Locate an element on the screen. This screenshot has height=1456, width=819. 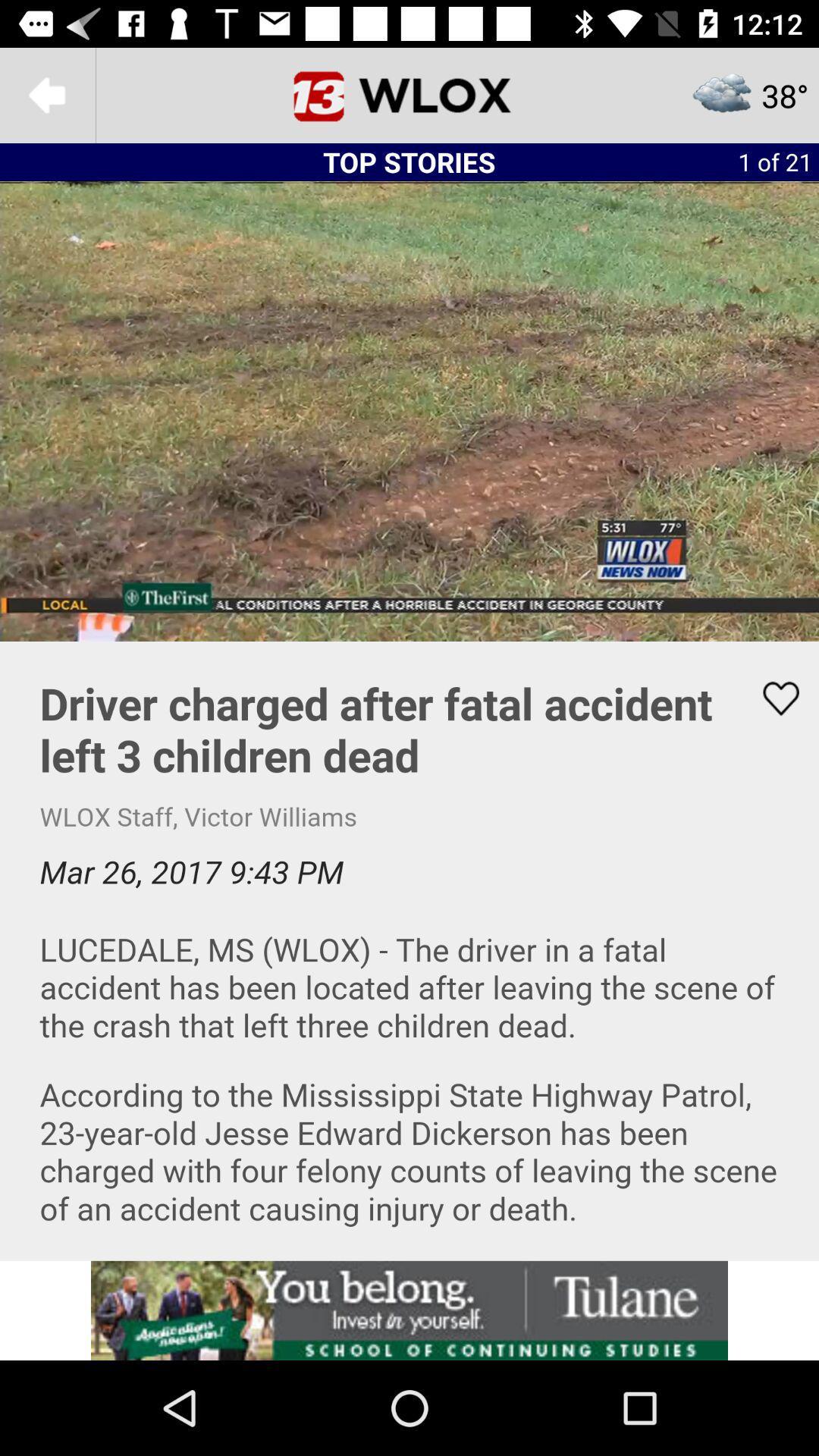
advertisement is located at coordinates (409, 1310).